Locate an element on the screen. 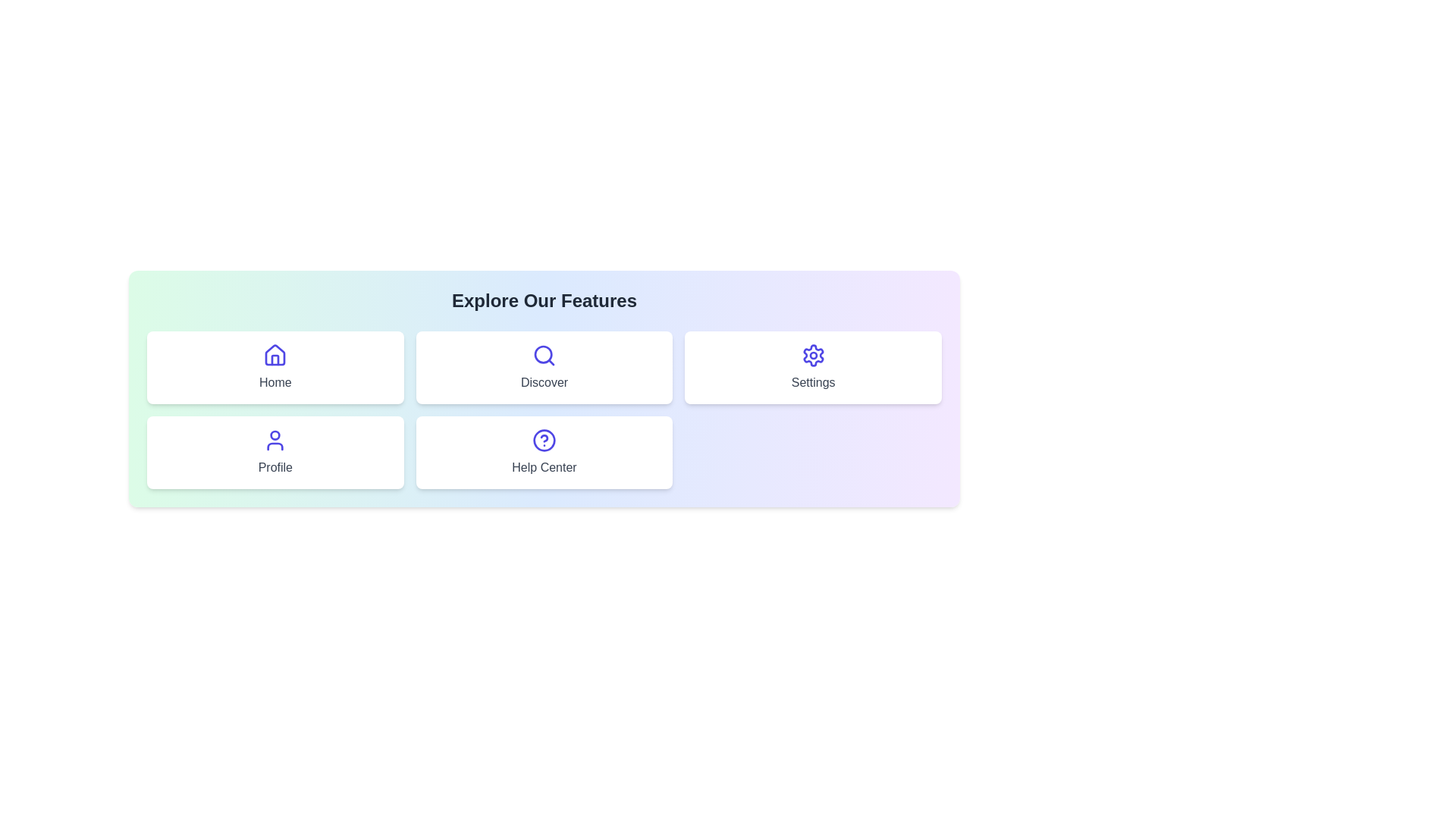 Image resolution: width=1456 pixels, height=819 pixels. the 'Home' SVG icon located at the center of the 'Home' button, positioned at the top-left of the interface, as a non-interactive visual is located at coordinates (275, 356).